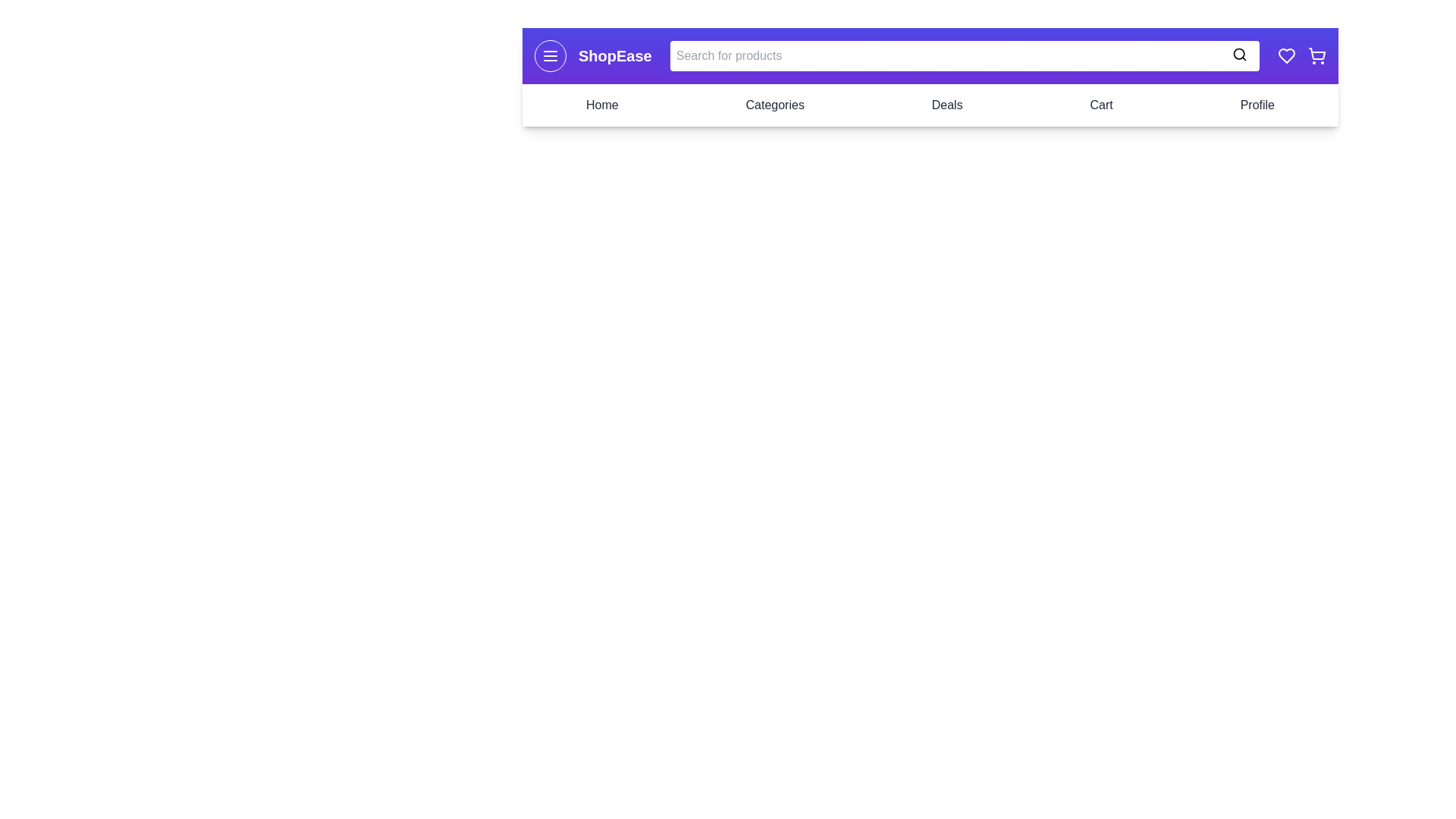 This screenshot has width=1456, height=819. What do you see at coordinates (601, 104) in the screenshot?
I see `the navigation link Home to navigate to the respective section` at bounding box center [601, 104].